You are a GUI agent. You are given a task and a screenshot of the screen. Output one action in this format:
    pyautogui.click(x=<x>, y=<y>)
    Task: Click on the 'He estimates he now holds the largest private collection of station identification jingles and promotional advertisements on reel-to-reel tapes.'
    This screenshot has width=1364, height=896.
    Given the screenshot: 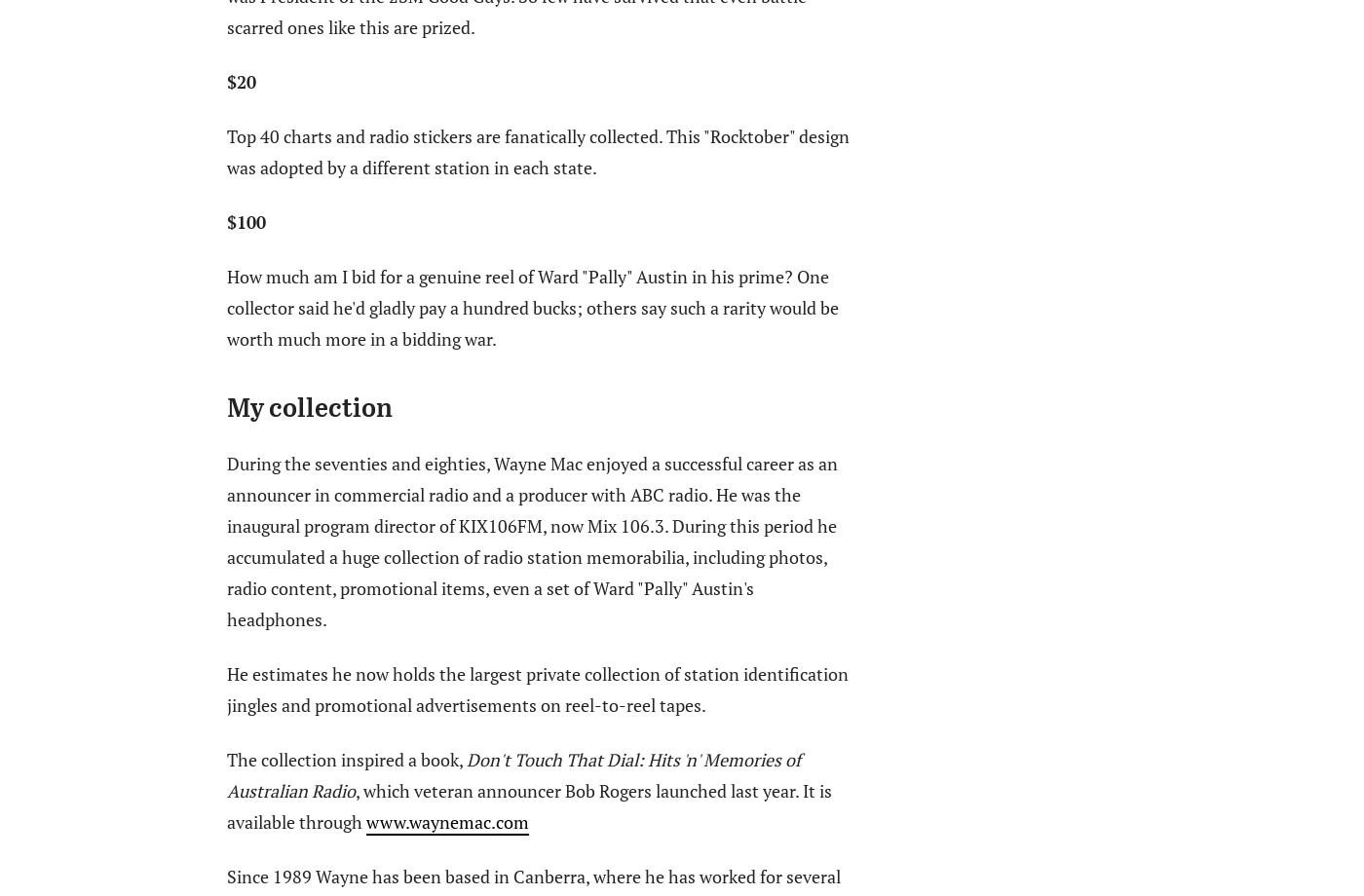 What is the action you would take?
    pyautogui.click(x=225, y=689)
    